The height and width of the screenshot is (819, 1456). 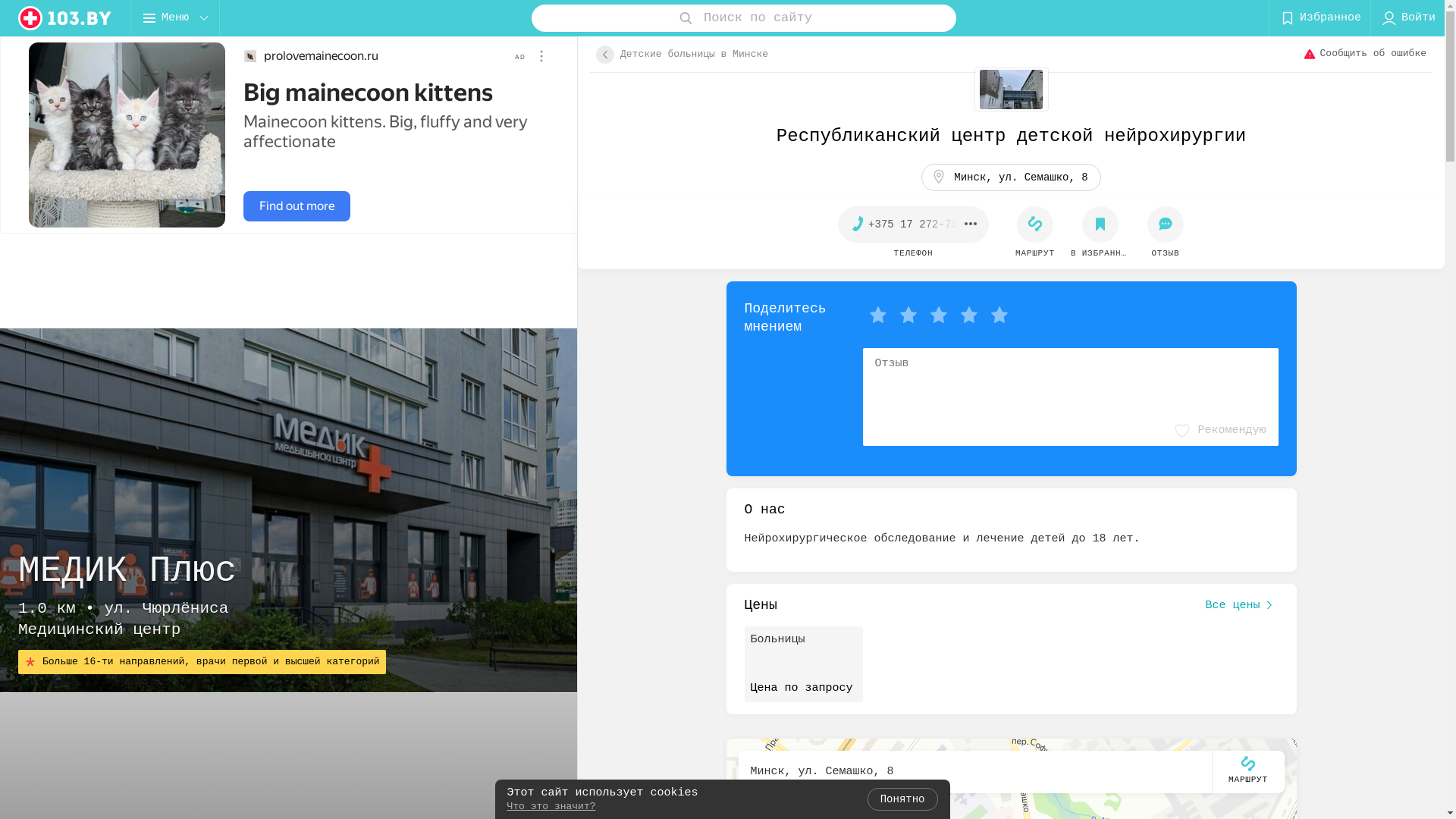 I want to click on 'logo', so click(x=18, y=17).